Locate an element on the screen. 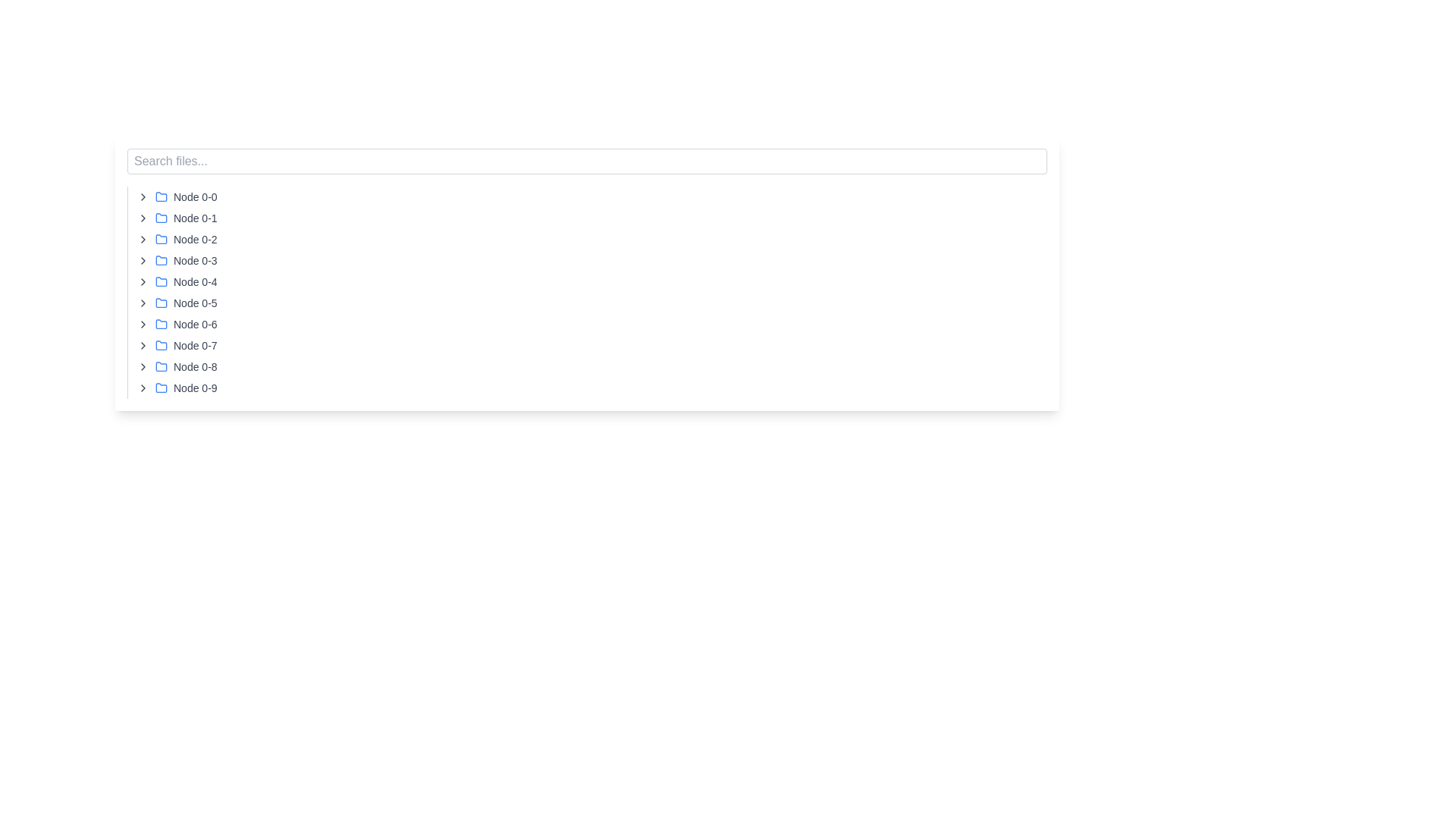  the label displaying 'Node 0-8' is located at coordinates (194, 366).